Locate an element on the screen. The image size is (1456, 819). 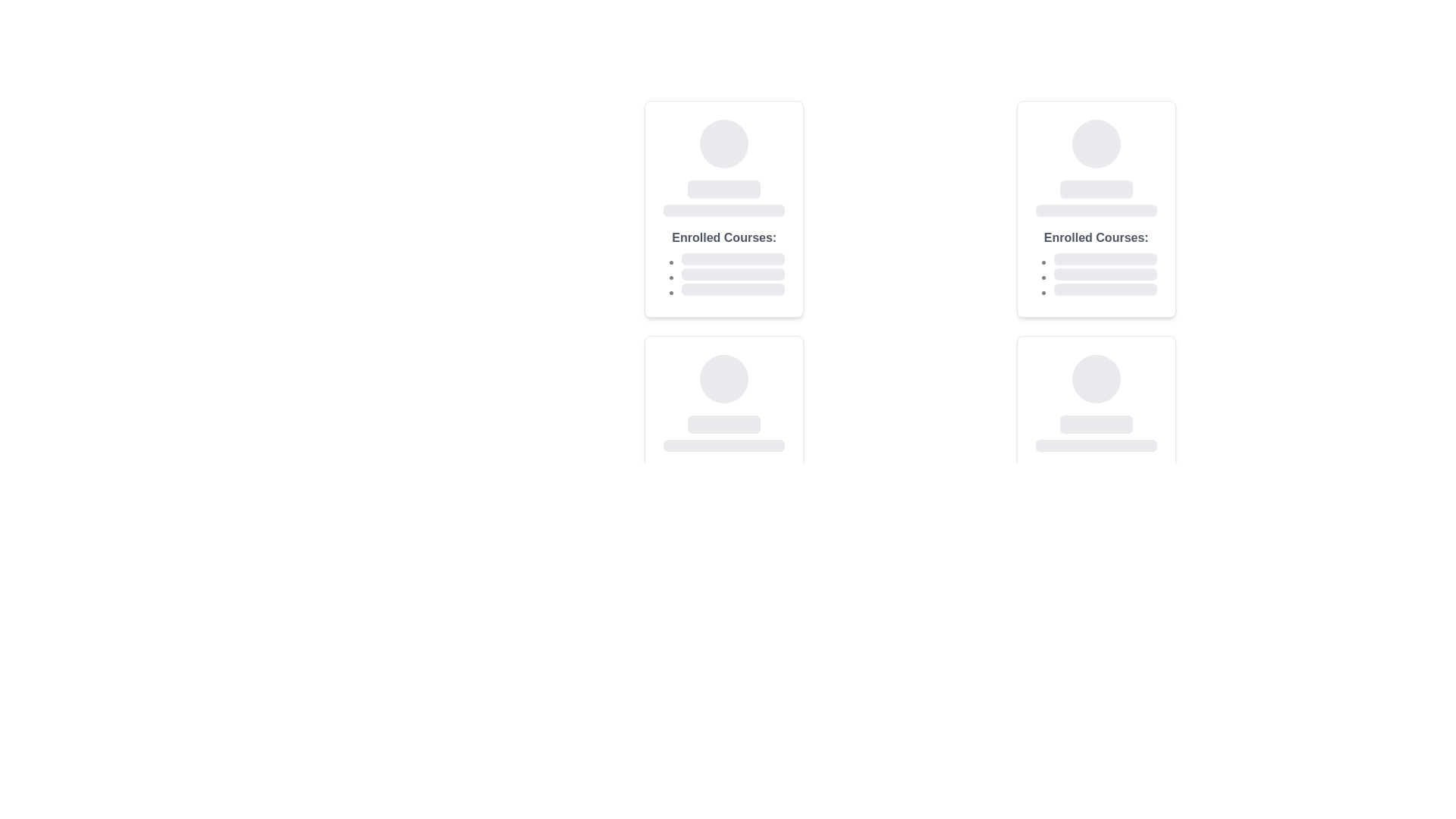
the Button Placeholder located at the bottom of the last user card in the second column from the right by clicking on it is located at coordinates (1096, 424).